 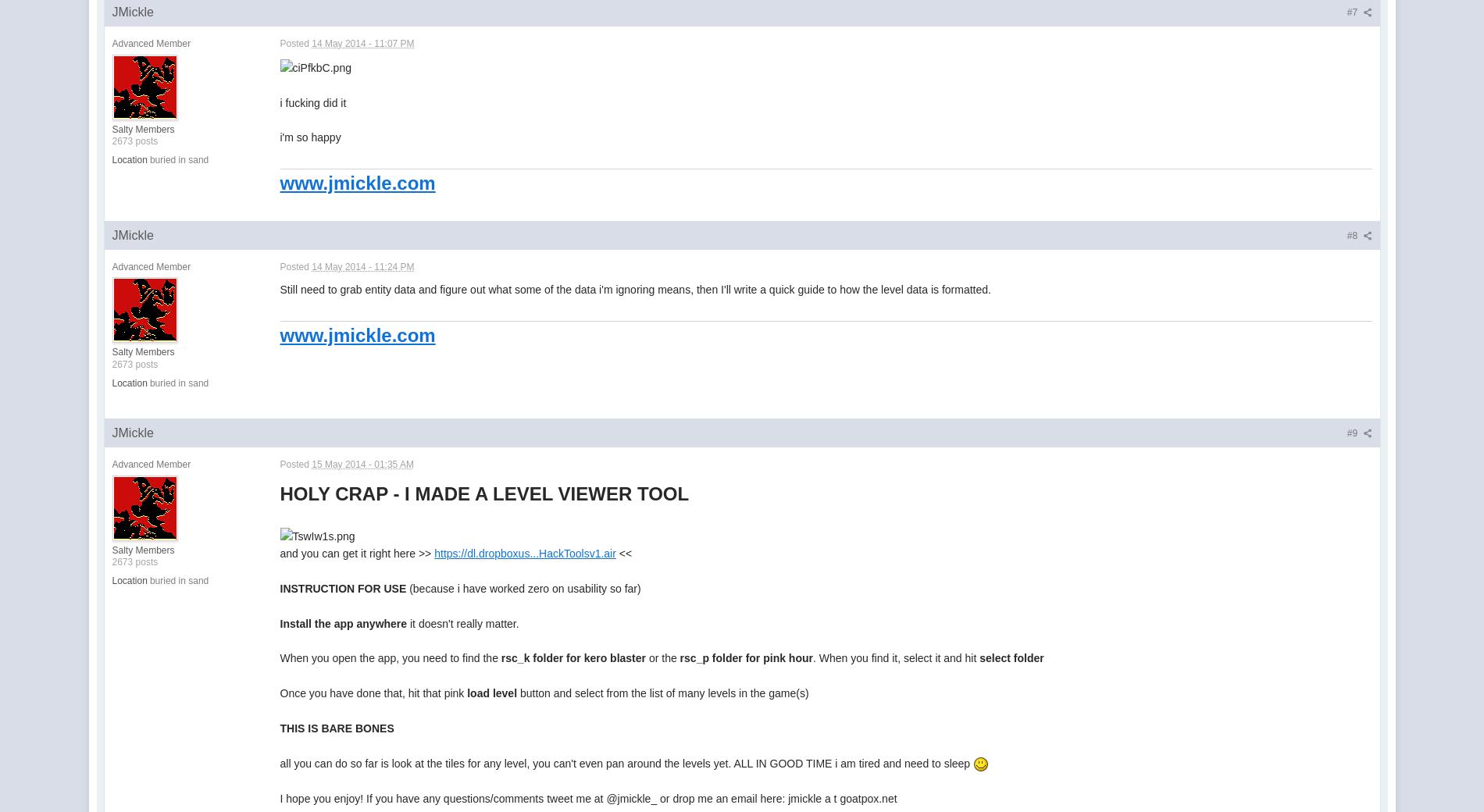 I want to click on 'THIS IS BARE BONES', so click(x=278, y=728).